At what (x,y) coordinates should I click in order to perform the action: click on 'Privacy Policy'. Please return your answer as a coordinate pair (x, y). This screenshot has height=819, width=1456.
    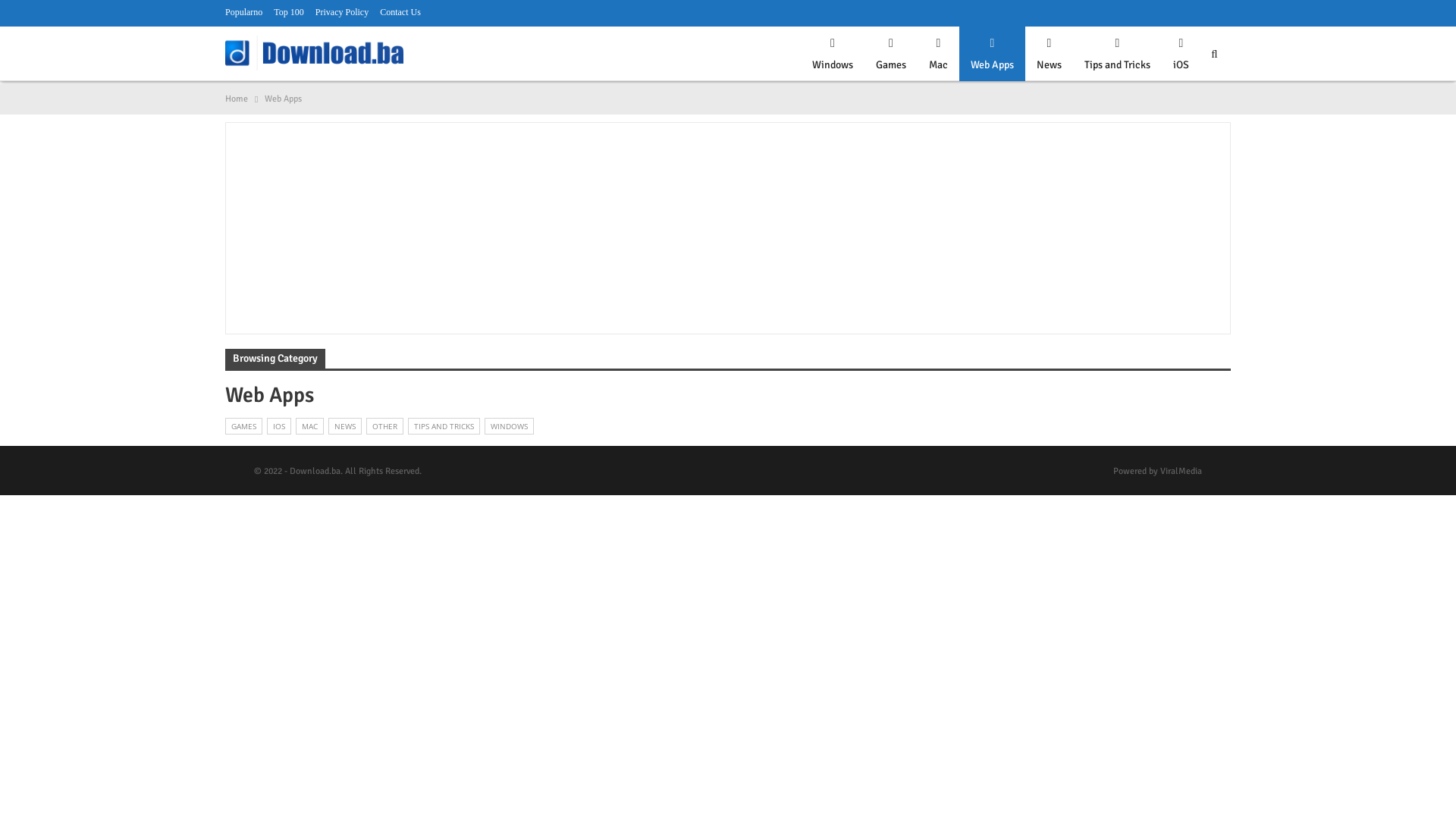
    Looking at the image, I should click on (341, 11).